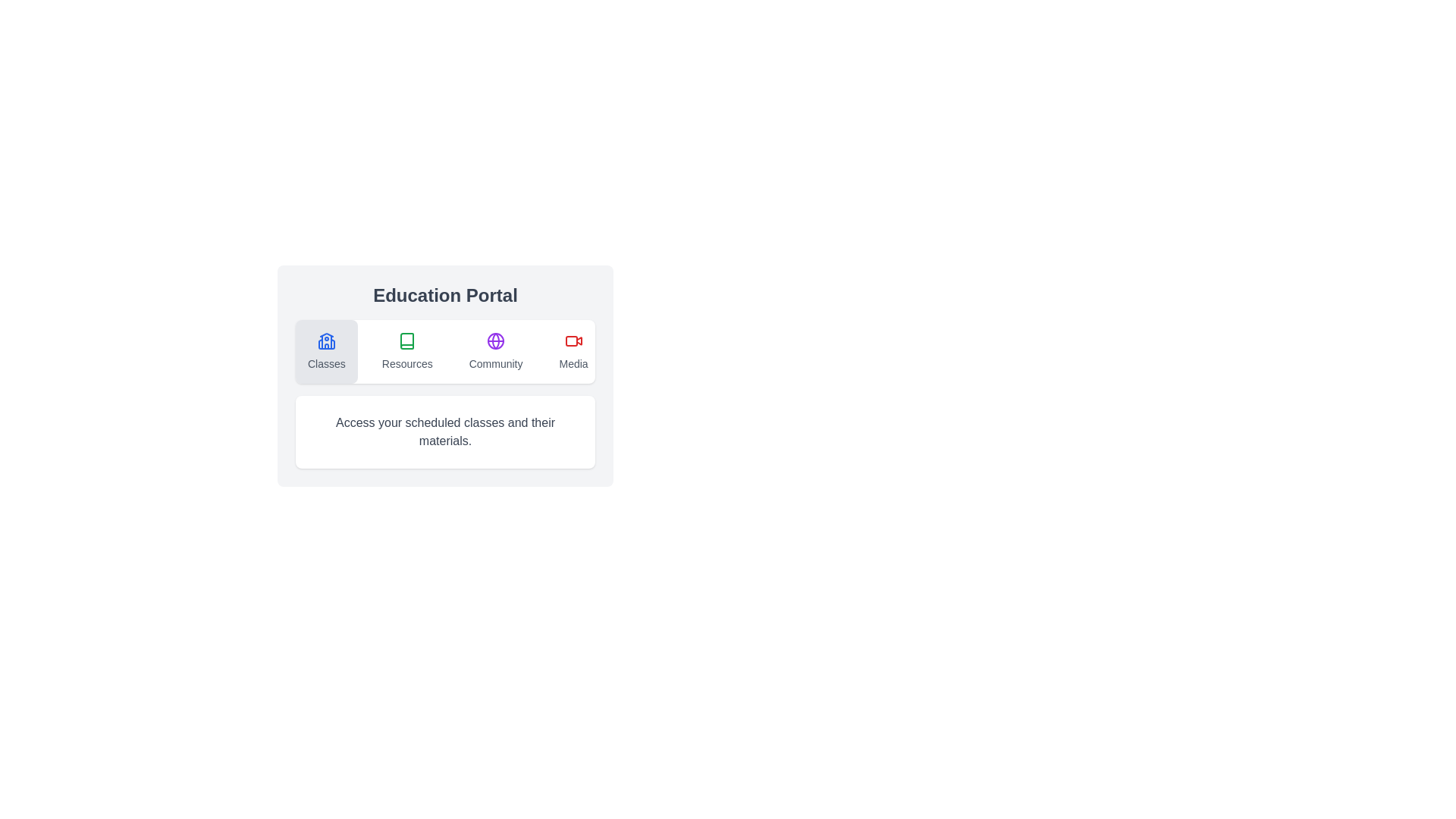  Describe the element at coordinates (444, 432) in the screenshot. I see `the active tab to read its content` at that location.